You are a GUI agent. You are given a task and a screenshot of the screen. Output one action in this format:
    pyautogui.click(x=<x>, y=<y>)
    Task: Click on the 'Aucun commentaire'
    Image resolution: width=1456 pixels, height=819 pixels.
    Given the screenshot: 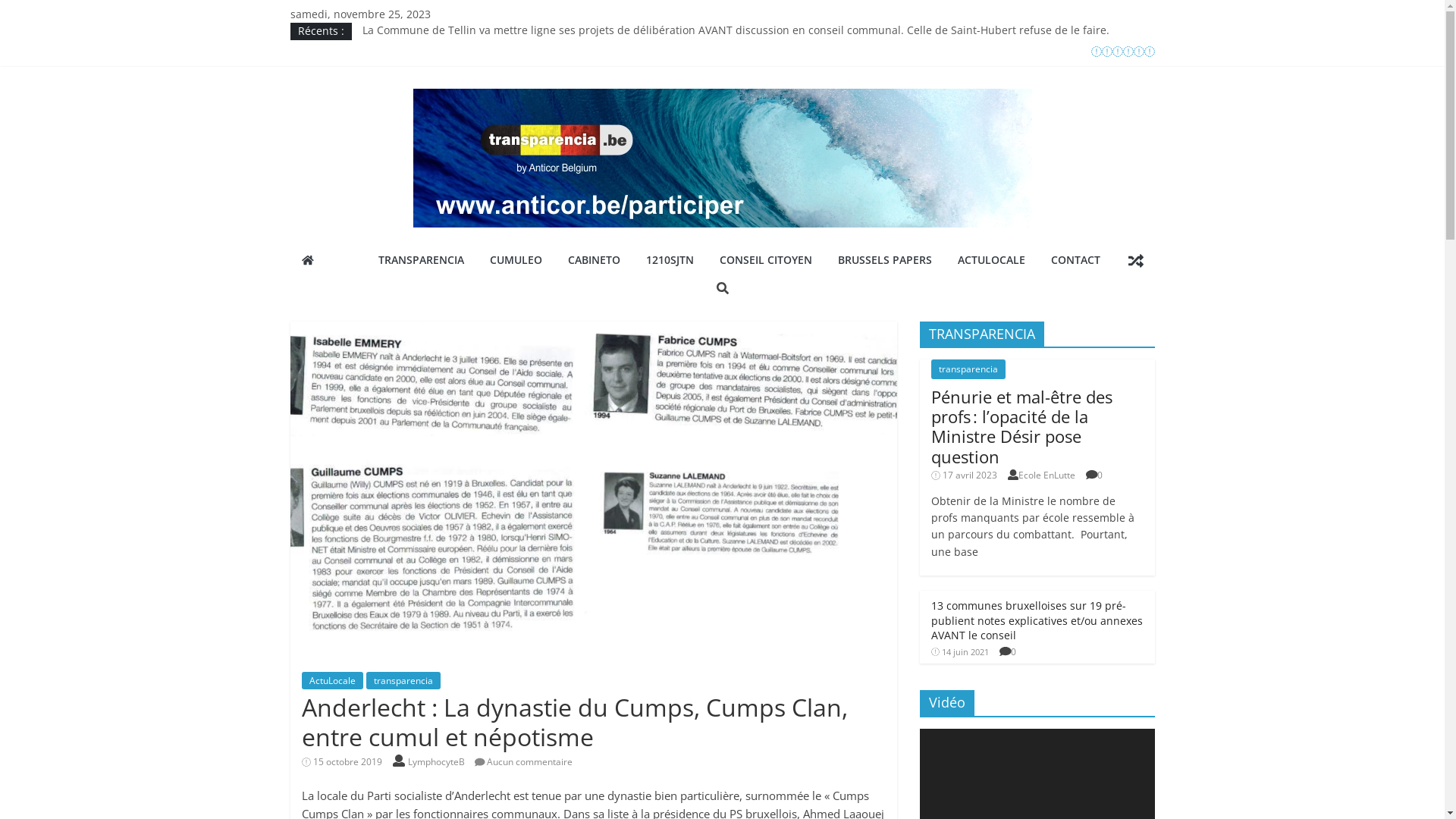 What is the action you would take?
    pyautogui.click(x=524, y=761)
    